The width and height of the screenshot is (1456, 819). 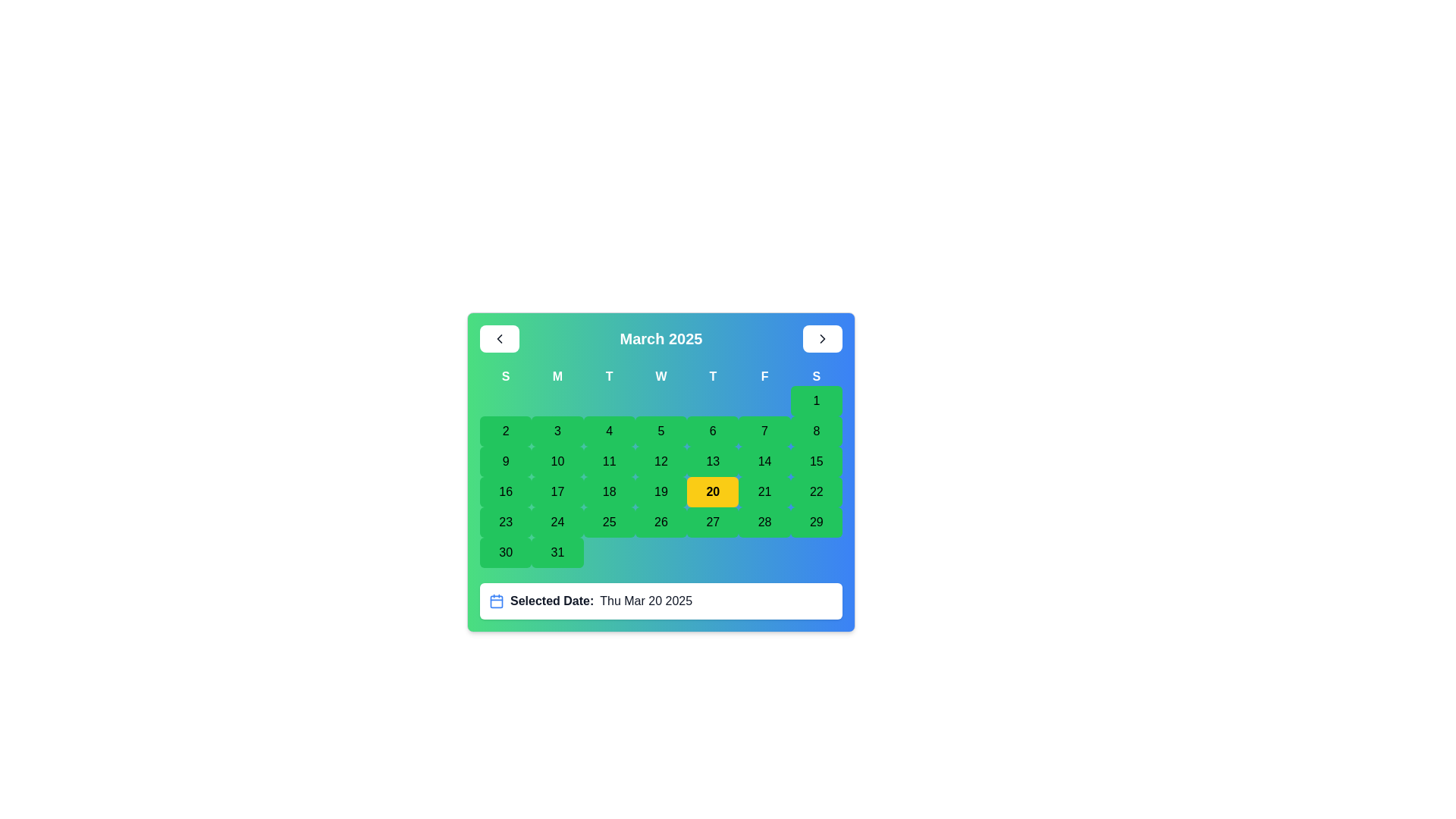 I want to click on the button representing the date 3rd of March 2025, so click(x=557, y=431).